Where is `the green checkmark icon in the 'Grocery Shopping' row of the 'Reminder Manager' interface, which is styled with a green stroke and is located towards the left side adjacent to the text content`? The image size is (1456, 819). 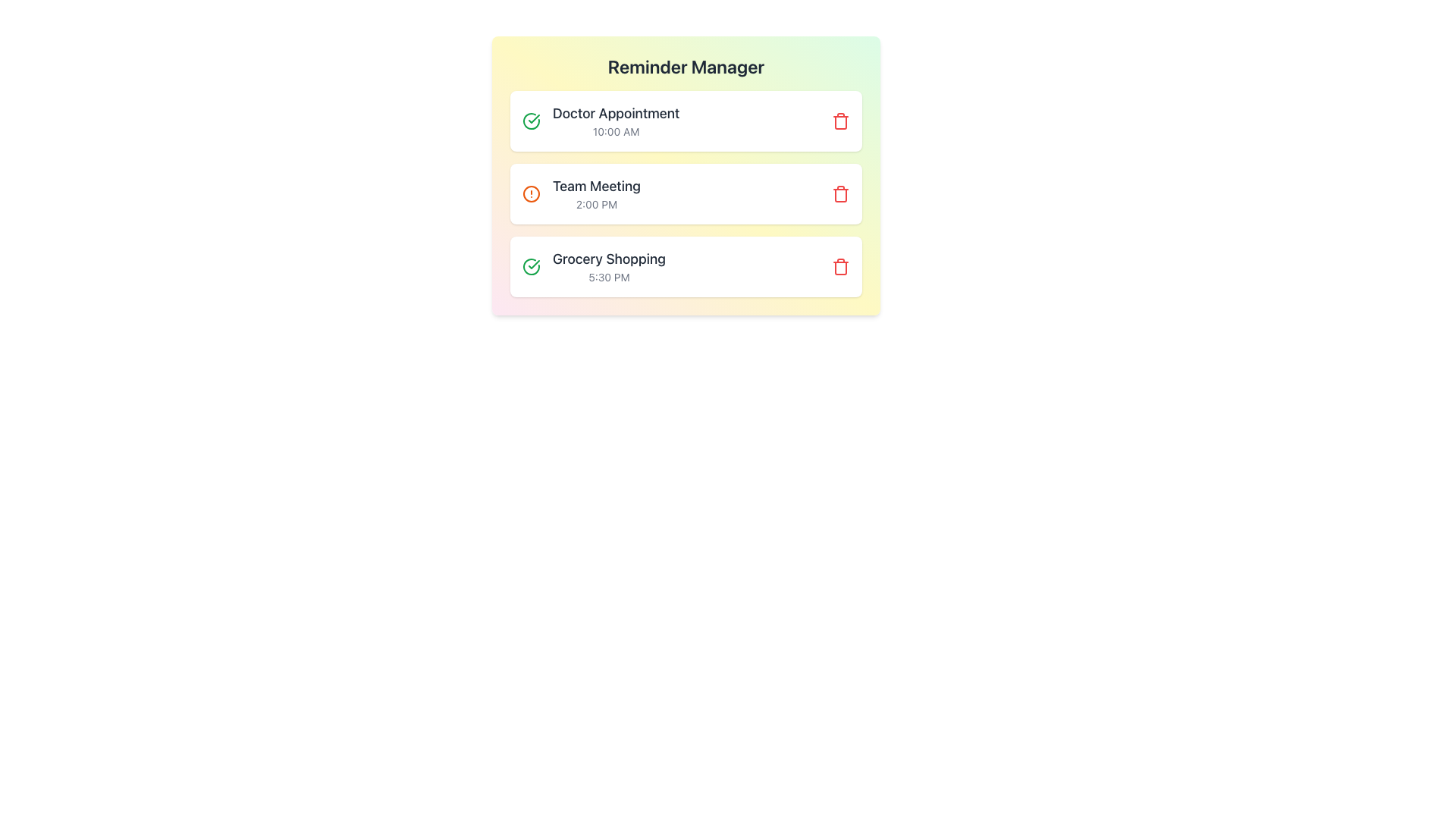
the green checkmark icon in the 'Grocery Shopping' row of the 'Reminder Manager' interface, which is styled with a green stroke and is located towards the left side adjacent to the text content is located at coordinates (534, 118).